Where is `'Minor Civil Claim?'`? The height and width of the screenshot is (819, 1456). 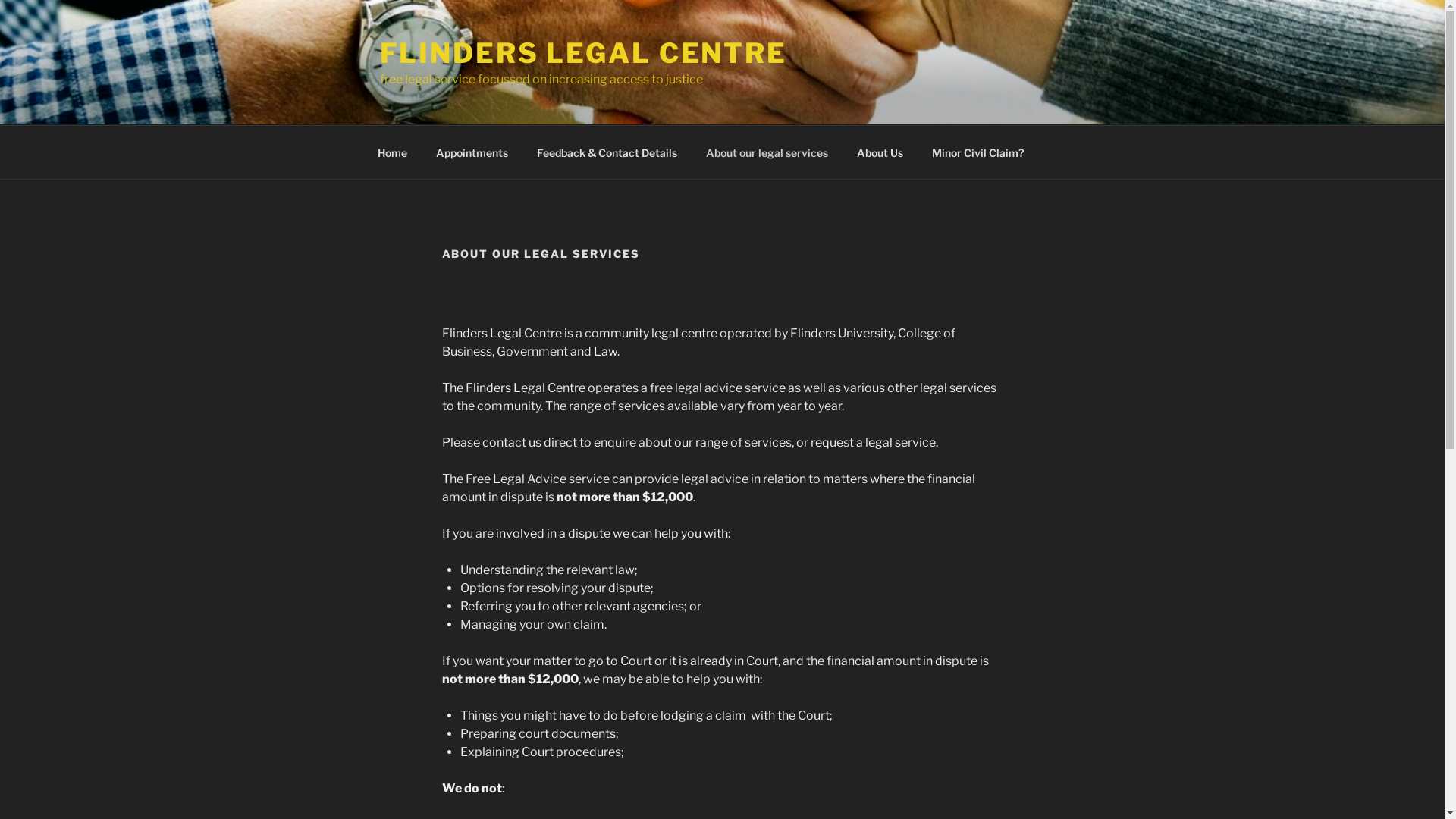 'Minor Civil Claim?' is located at coordinates (978, 152).